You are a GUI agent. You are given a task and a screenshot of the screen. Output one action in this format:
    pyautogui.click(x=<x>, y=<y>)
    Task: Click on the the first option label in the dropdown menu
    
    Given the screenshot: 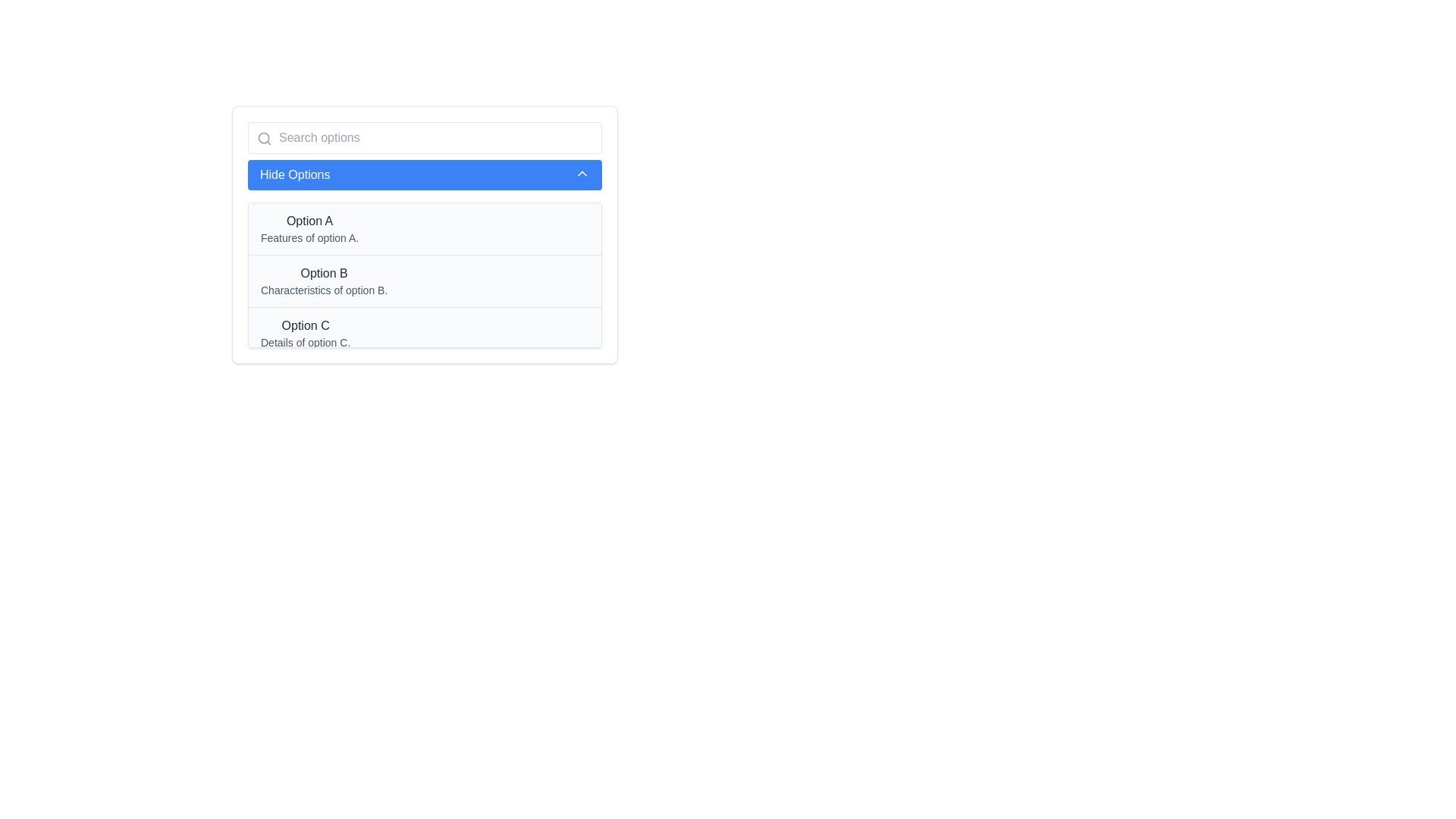 What is the action you would take?
    pyautogui.click(x=309, y=221)
    